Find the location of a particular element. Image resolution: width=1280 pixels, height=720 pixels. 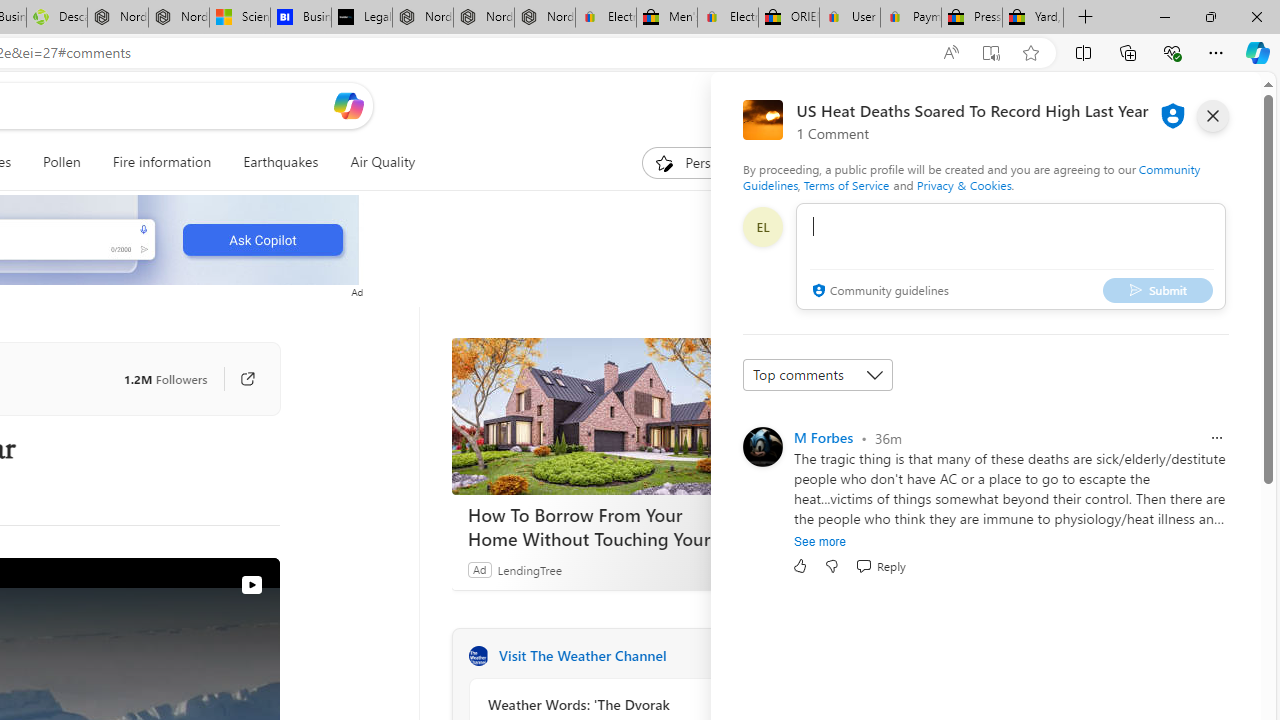

'New Tab' is located at coordinates (1085, 17).